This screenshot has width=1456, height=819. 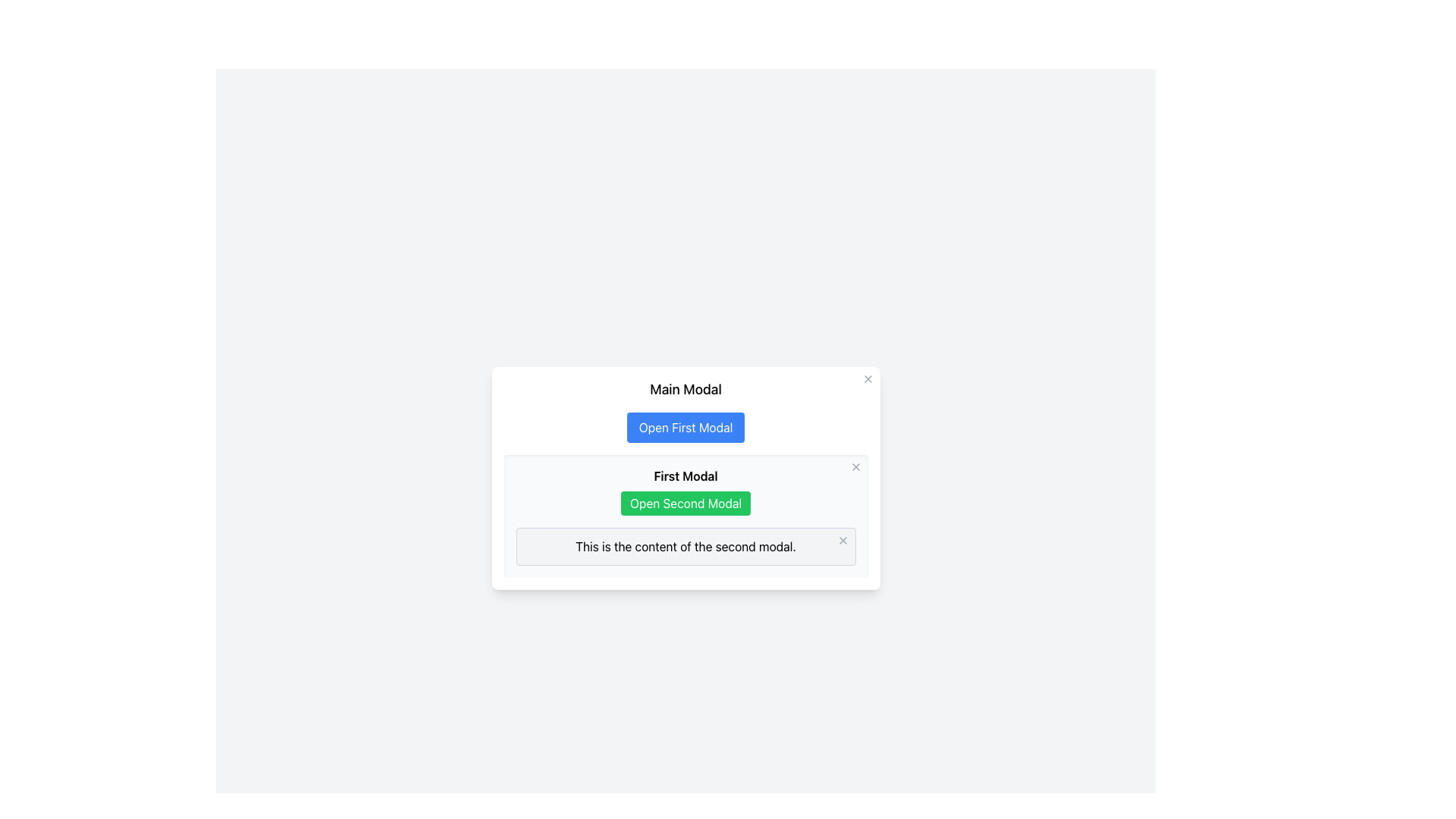 I want to click on the static text label that serves as the title of the modal dialog, located between the close button and the 'Open Second Modal' button, so click(x=685, y=475).